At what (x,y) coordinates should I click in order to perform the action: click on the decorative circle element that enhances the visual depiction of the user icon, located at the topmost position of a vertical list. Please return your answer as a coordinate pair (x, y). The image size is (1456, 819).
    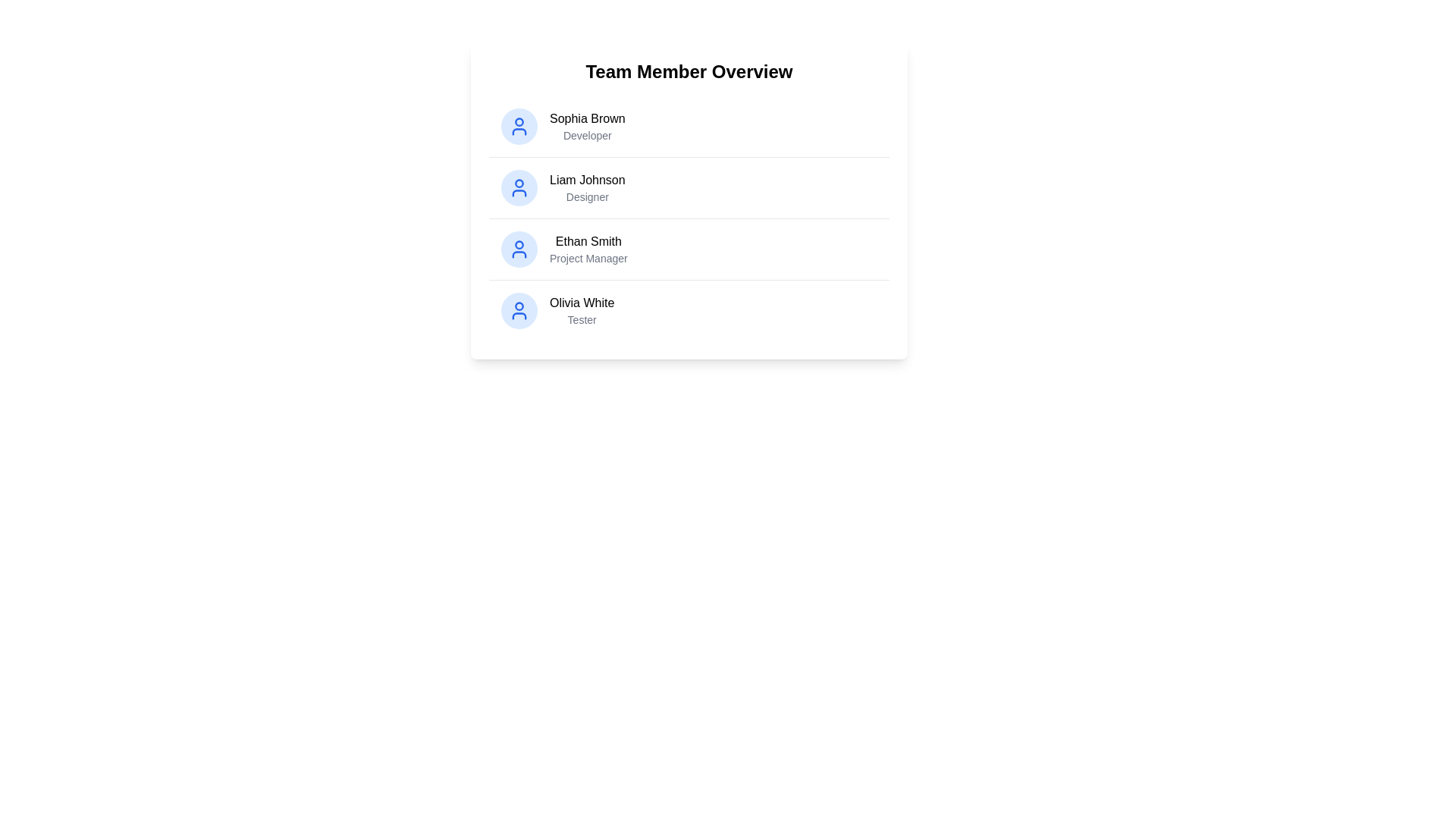
    Looking at the image, I should click on (519, 121).